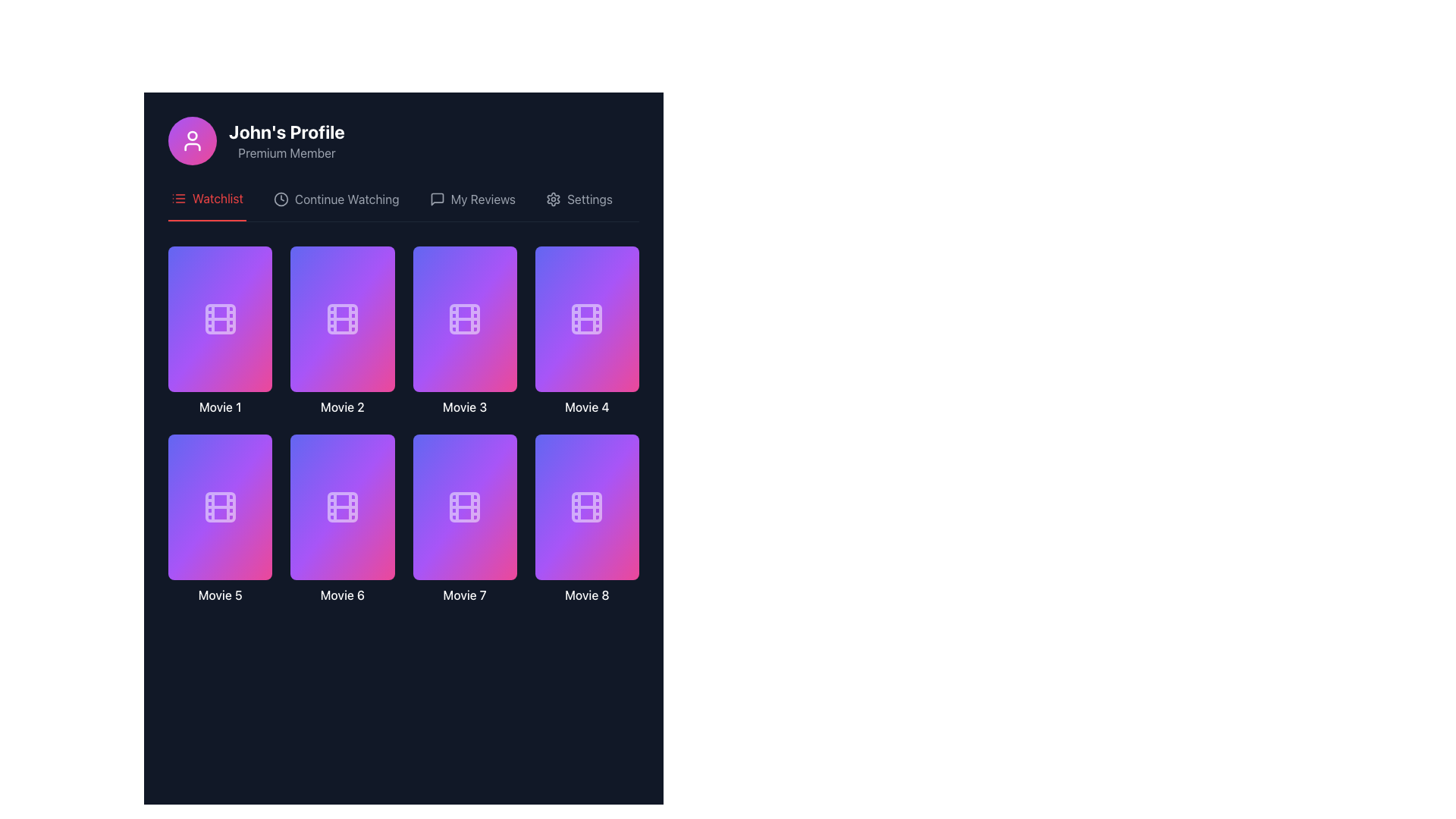 The height and width of the screenshot is (819, 1456). What do you see at coordinates (192, 135) in the screenshot?
I see `the circular profile icon representing 'John's Profile' in the header area of the SVG component` at bounding box center [192, 135].